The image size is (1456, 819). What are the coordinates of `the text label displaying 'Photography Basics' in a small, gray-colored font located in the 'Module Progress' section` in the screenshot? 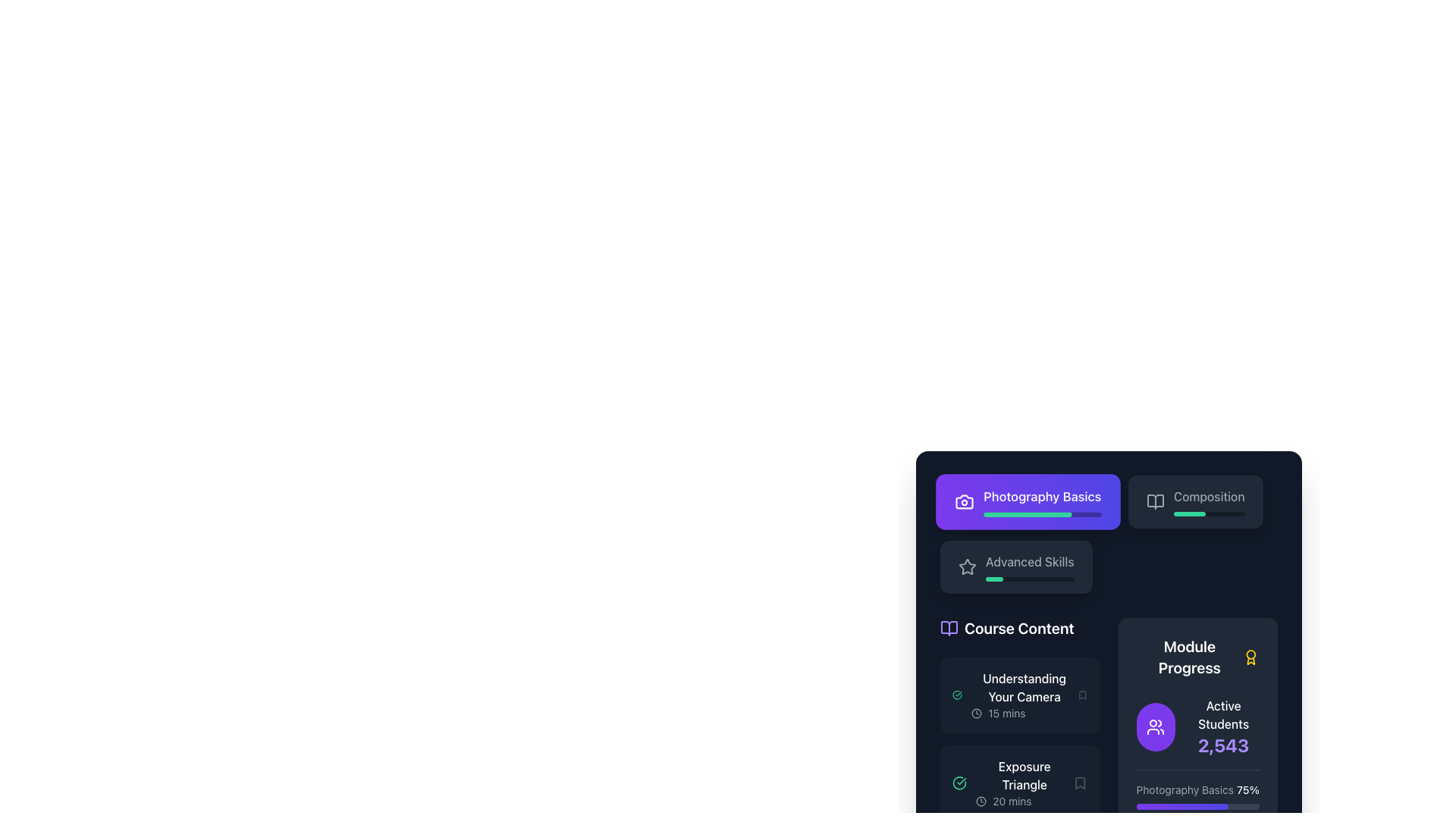 It's located at (1184, 789).